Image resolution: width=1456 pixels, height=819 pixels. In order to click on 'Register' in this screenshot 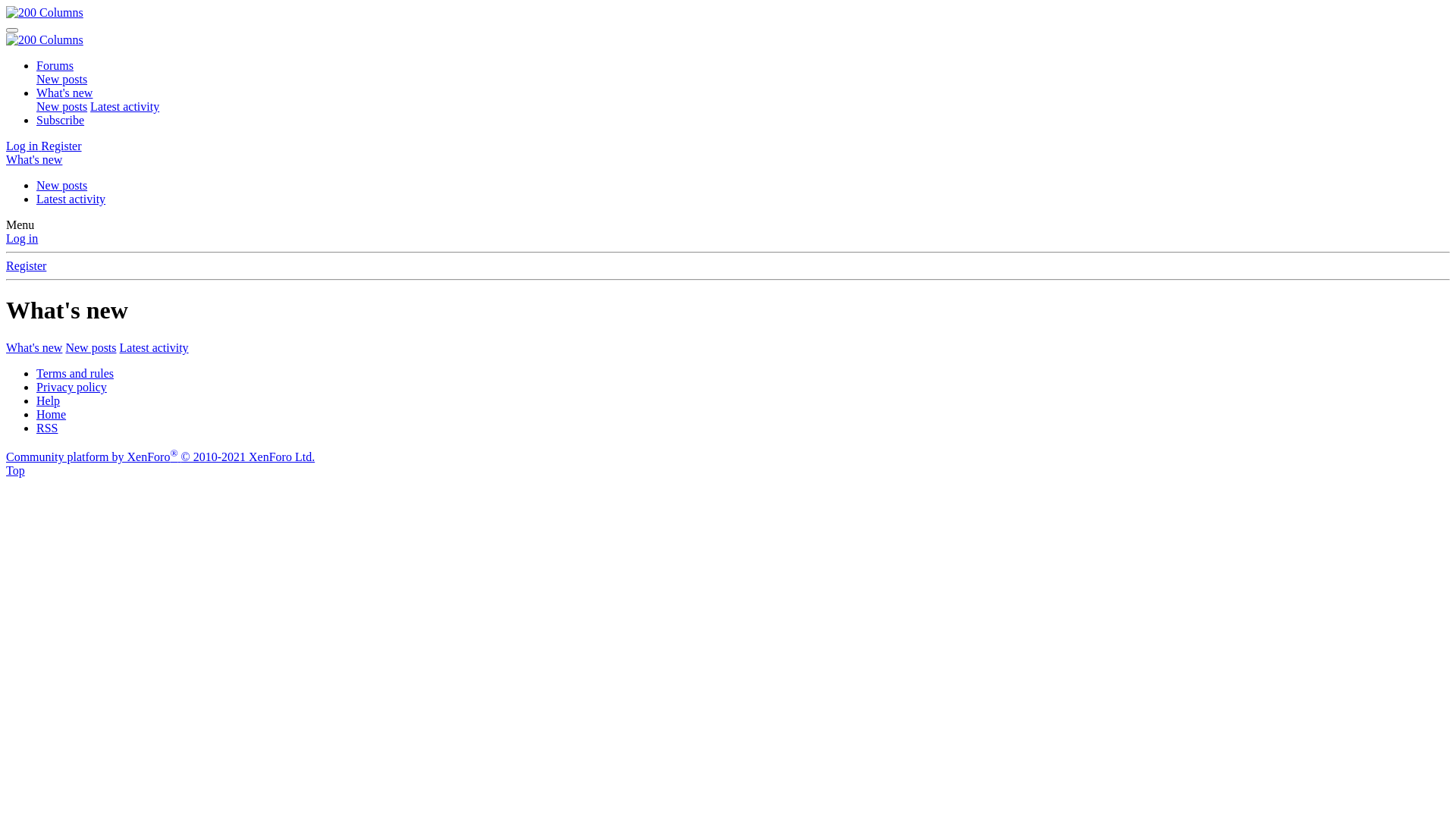, I will do `click(40, 146)`.